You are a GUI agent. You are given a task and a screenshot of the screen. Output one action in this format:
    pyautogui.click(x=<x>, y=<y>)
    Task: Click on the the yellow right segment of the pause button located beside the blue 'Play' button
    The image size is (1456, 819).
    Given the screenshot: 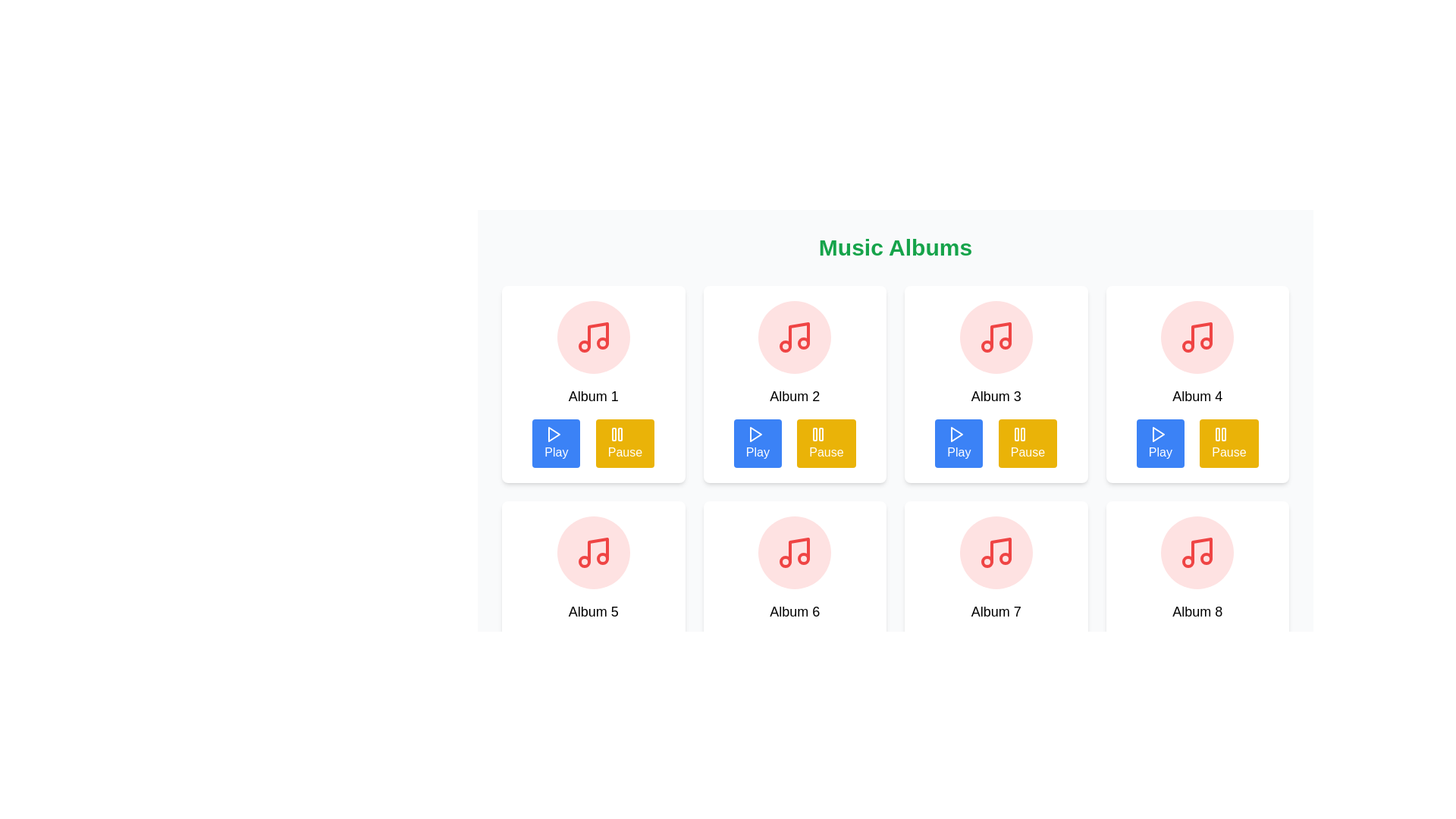 What is the action you would take?
    pyautogui.click(x=620, y=435)
    